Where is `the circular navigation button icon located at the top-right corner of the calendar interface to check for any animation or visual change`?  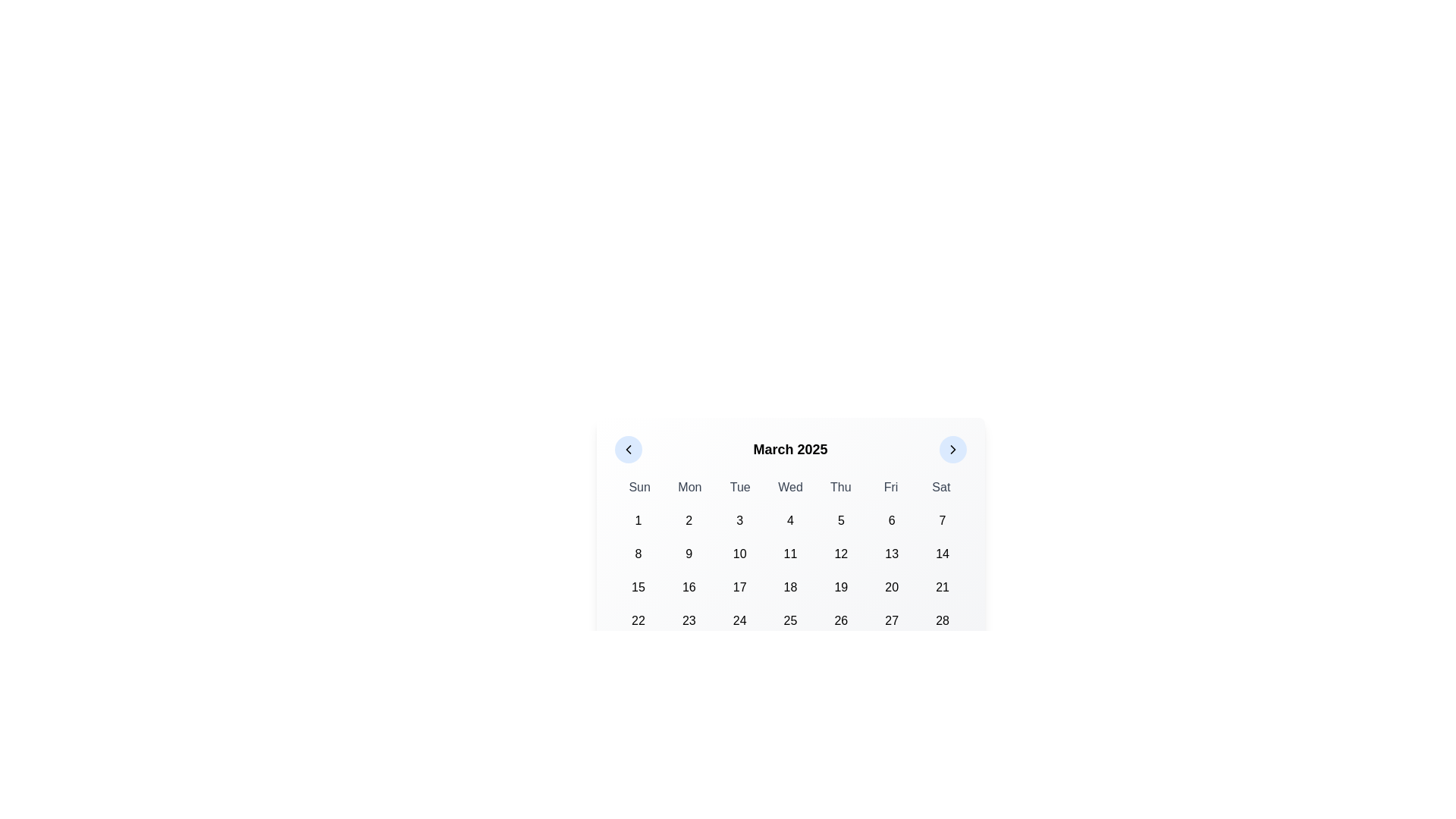 the circular navigation button icon located at the top-right corner of the calendar interface to check for any animation or visual change is located at coordinates (952, 449).